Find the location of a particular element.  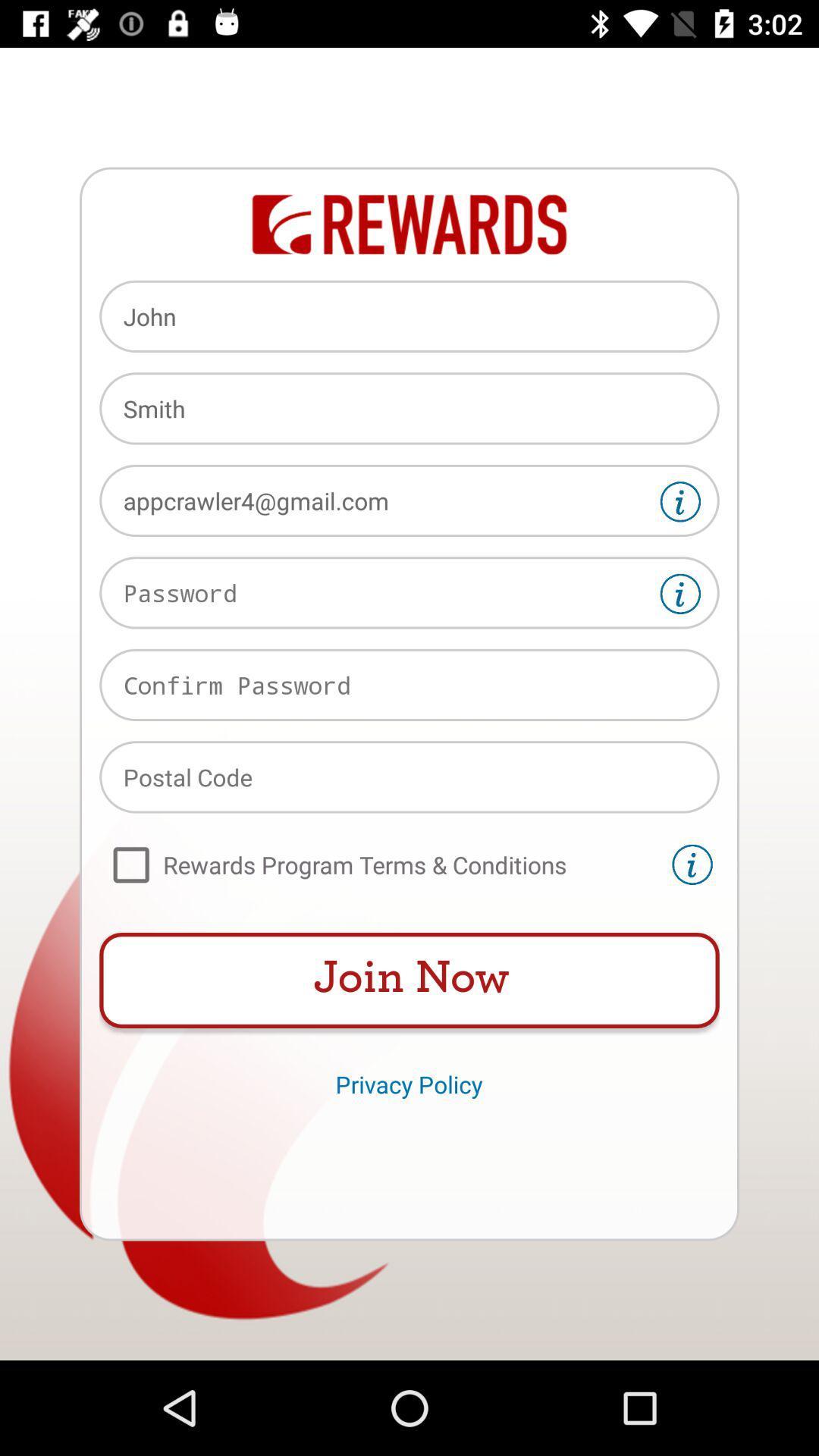

john icon is located at coordinates (409, 315).